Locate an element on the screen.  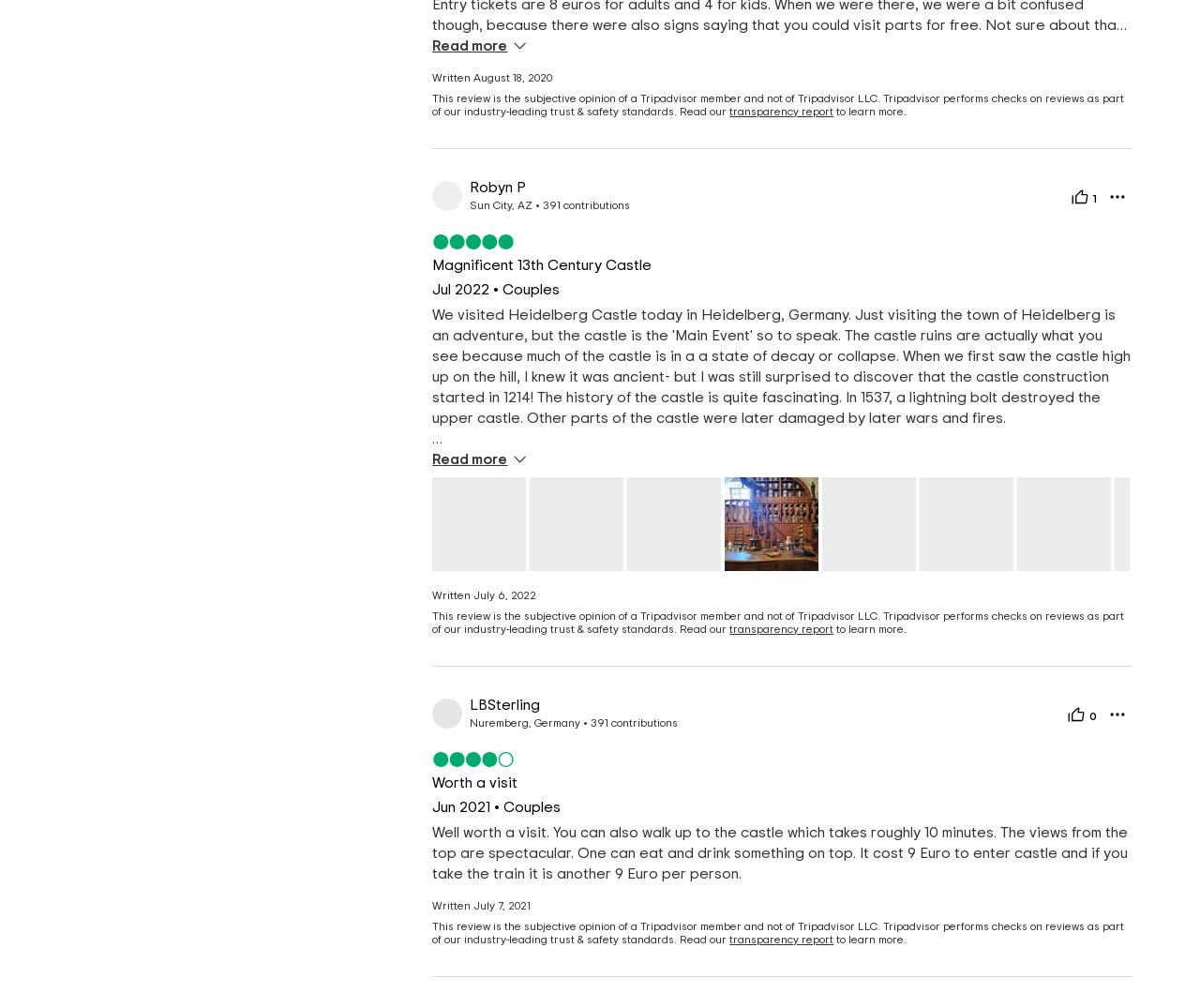
'1' is located at coordinates (1095, 197).